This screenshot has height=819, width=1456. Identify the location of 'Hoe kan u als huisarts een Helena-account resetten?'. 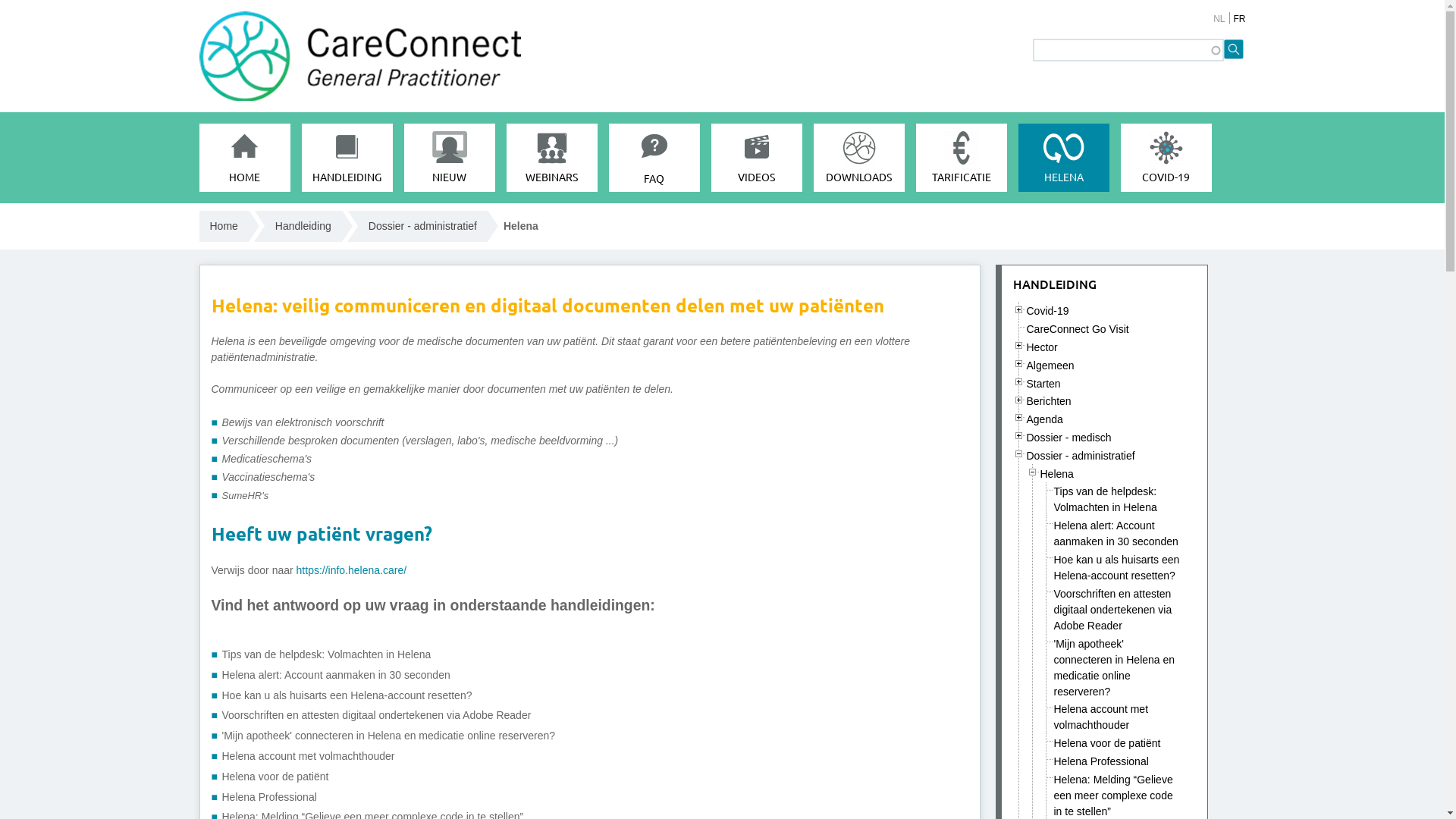
(1117, 567).